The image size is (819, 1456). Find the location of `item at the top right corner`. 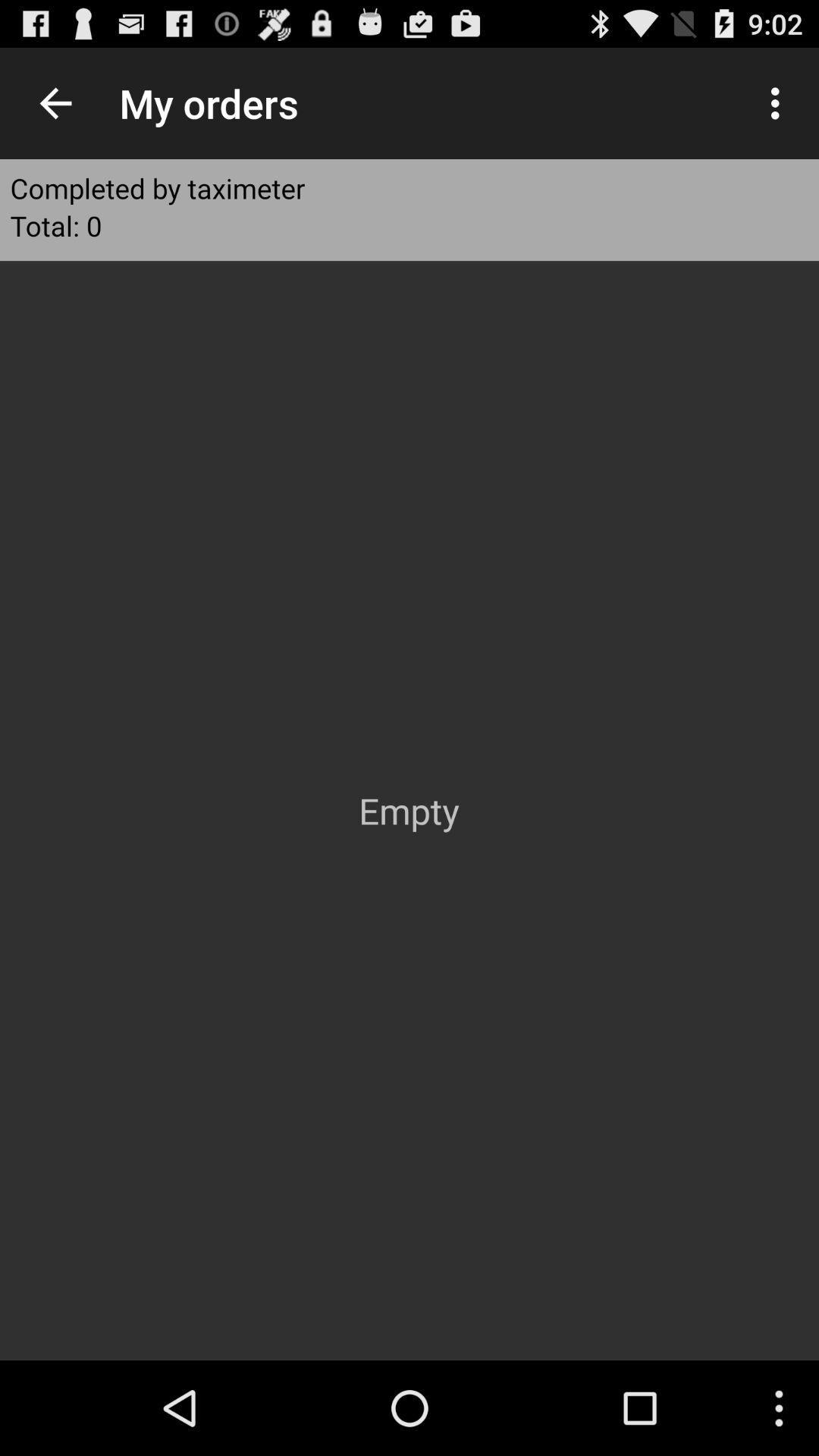

item at the top right corner is located at coordinates (779, 102).